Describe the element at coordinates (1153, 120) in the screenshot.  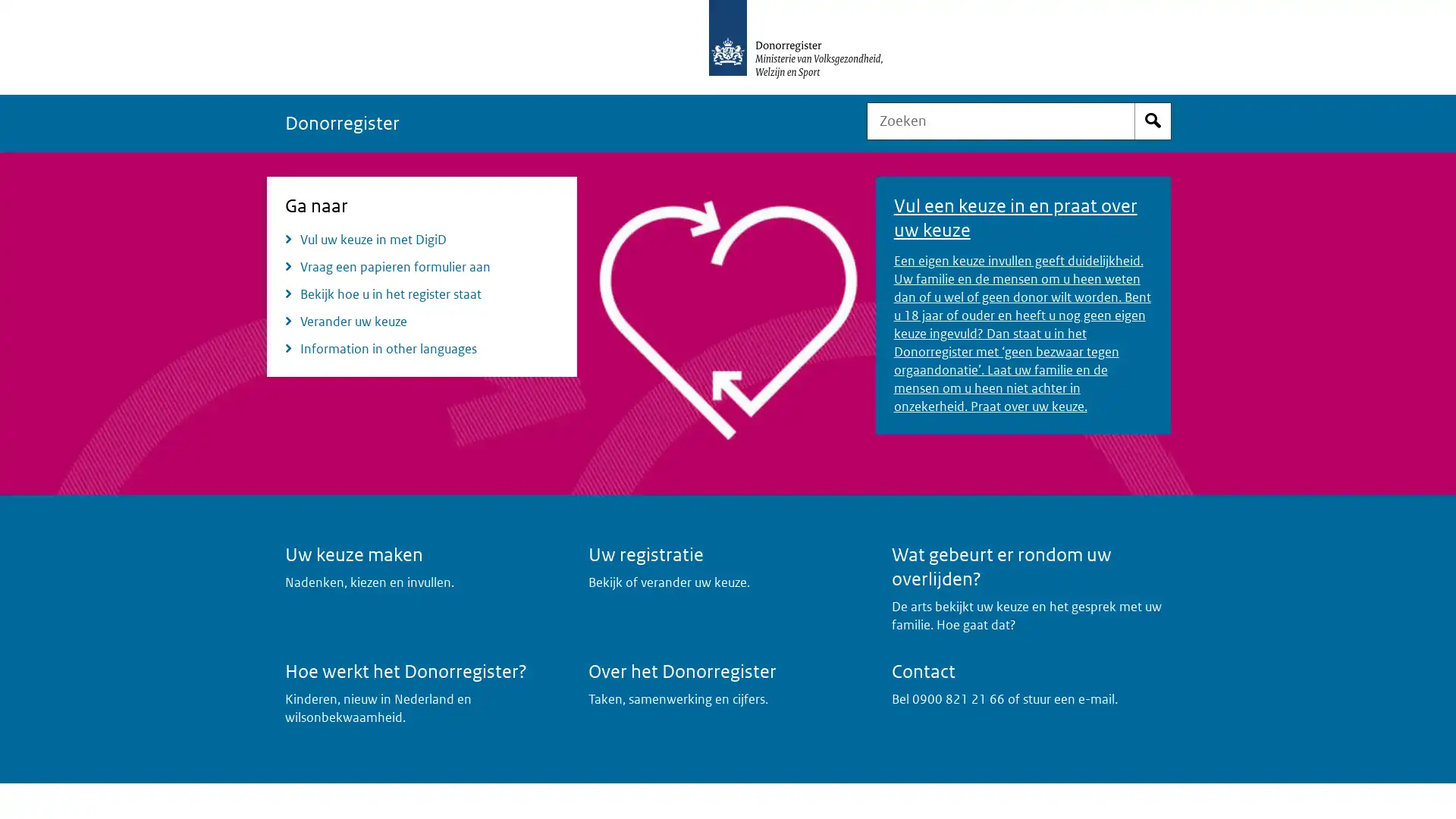
I see `Start zoeken` at that location.